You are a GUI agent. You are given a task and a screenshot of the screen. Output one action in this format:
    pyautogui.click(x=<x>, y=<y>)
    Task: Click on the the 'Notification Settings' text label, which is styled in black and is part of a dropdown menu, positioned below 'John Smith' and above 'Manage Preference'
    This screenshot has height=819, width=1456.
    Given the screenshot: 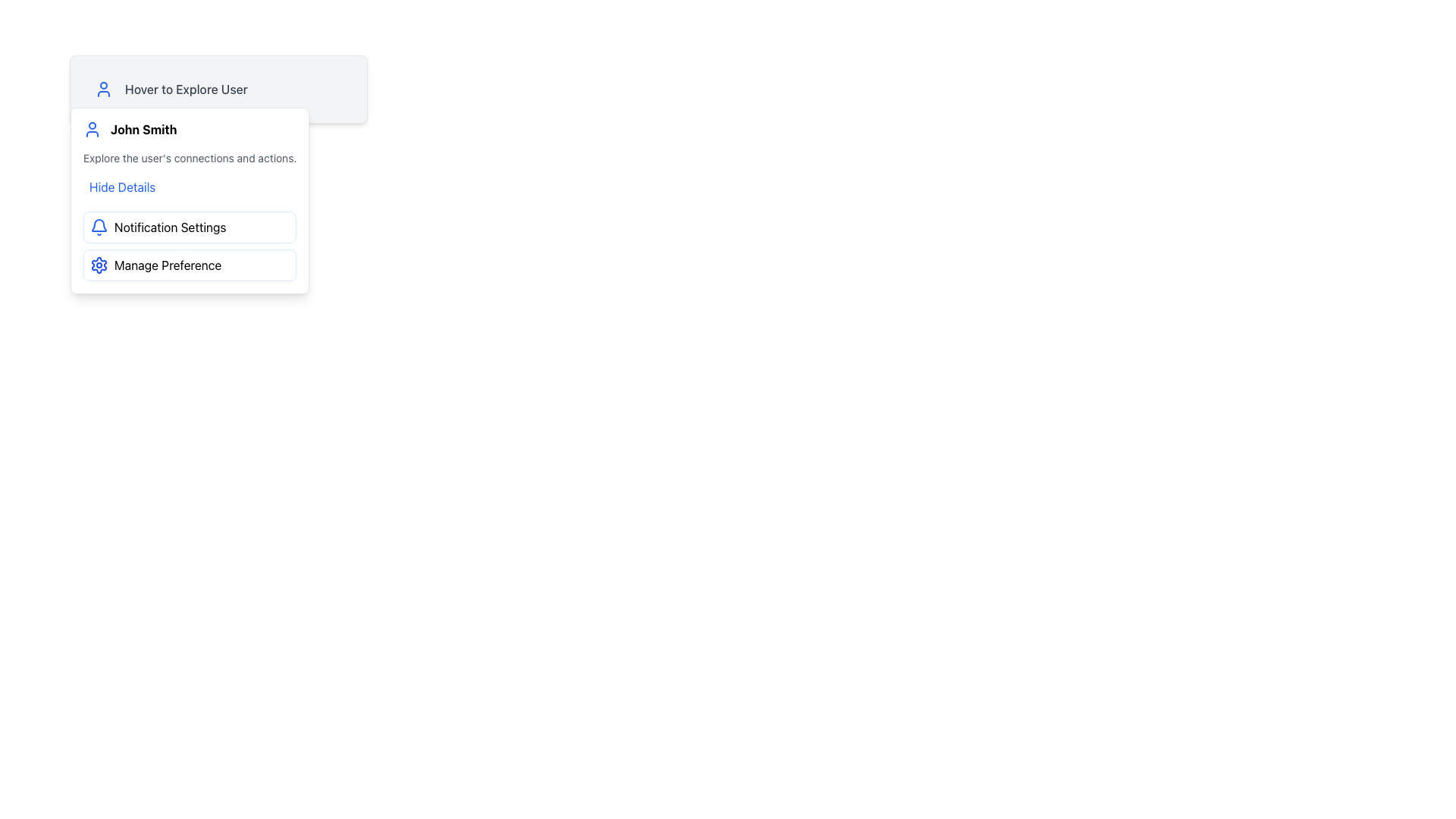 What is the action you would take?
    pyautogui.click(x=170, y=227)
    